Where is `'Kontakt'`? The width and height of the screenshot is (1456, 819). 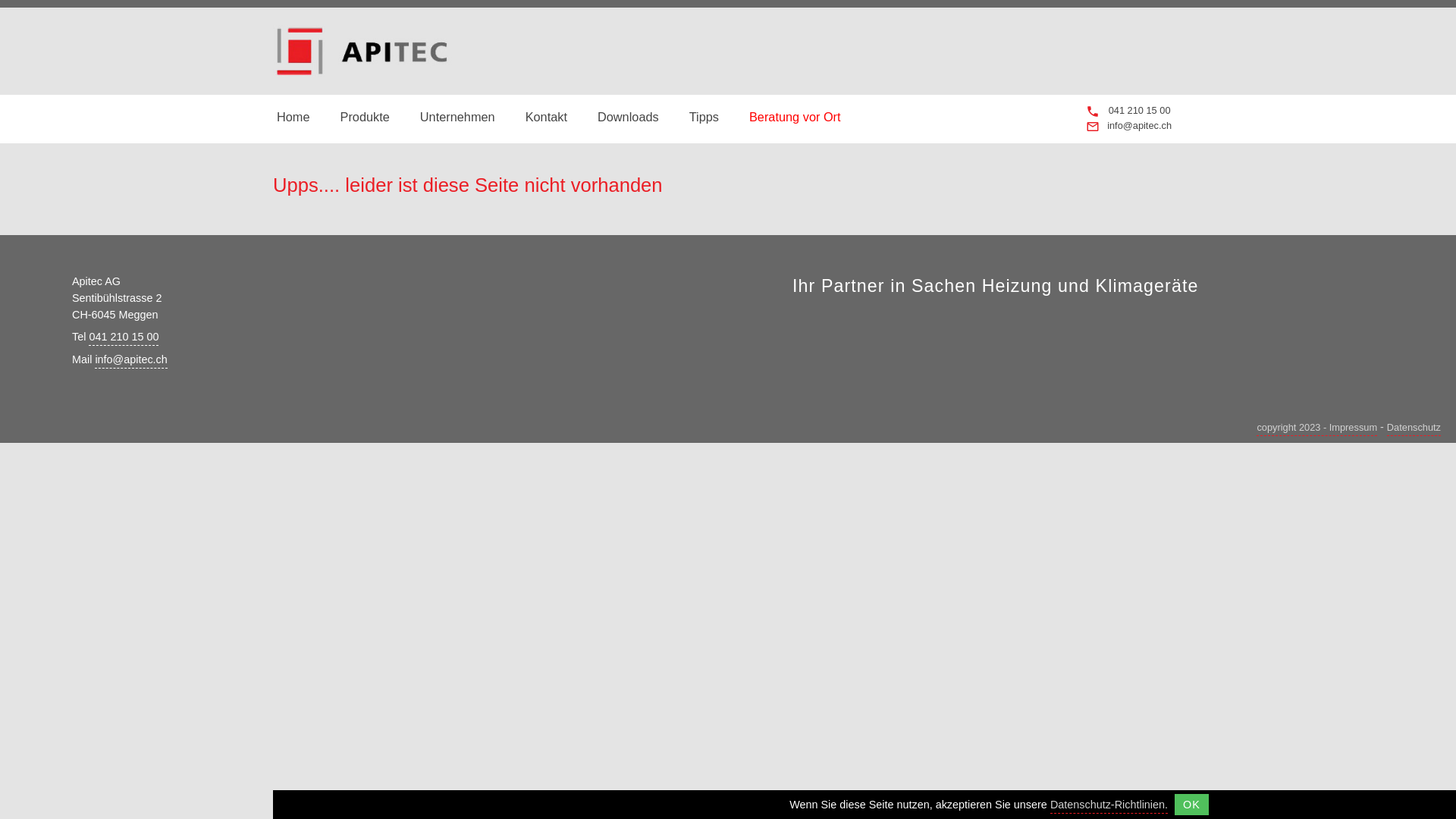 'Kontakt' is located at coordinates (546, 116).